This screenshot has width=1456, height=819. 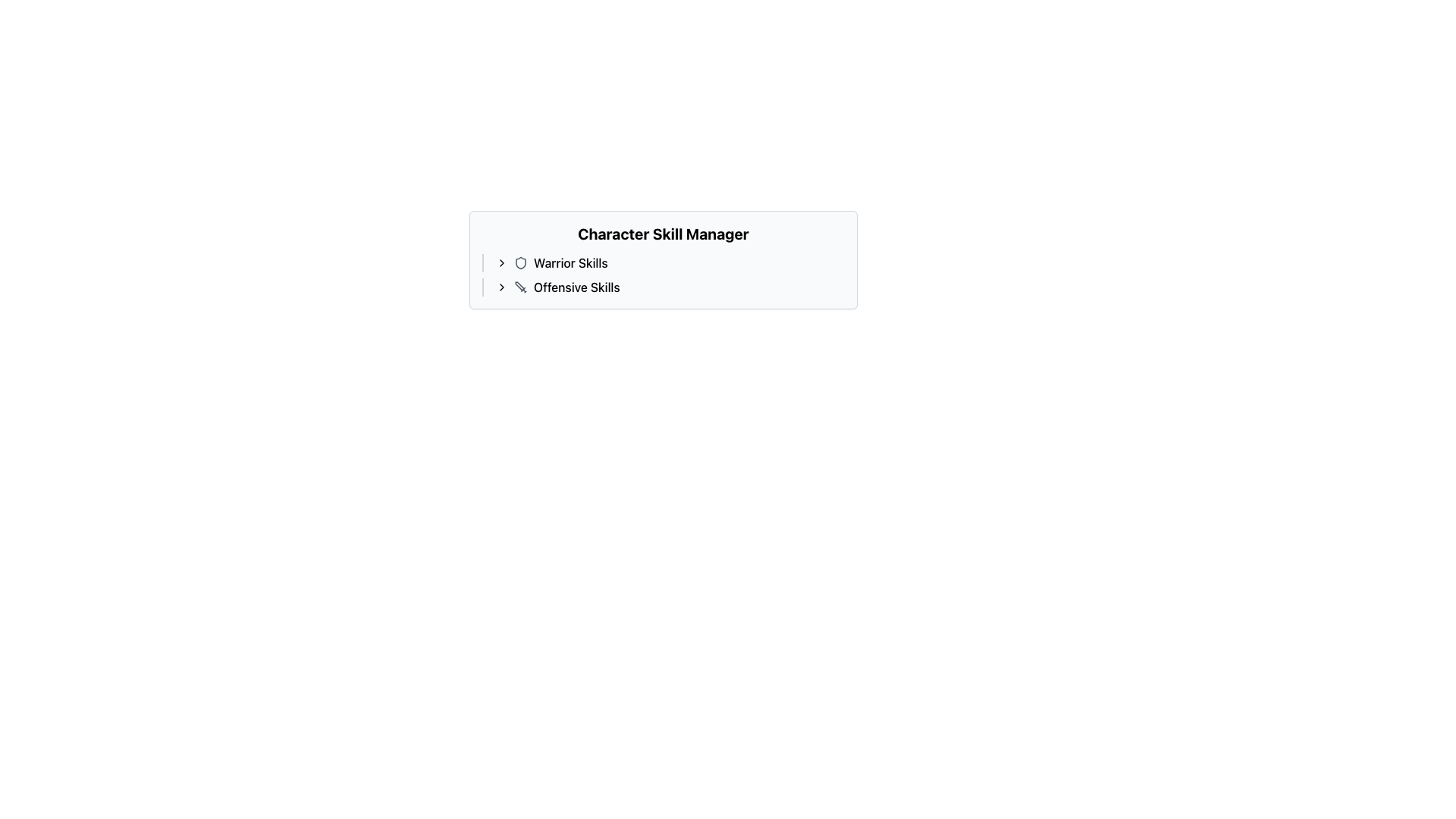 I want to click on the bold, extra large text label displaying 'Character Skill Manager', which is positioned at the top of the character skills section, so click(x=663, y=234).